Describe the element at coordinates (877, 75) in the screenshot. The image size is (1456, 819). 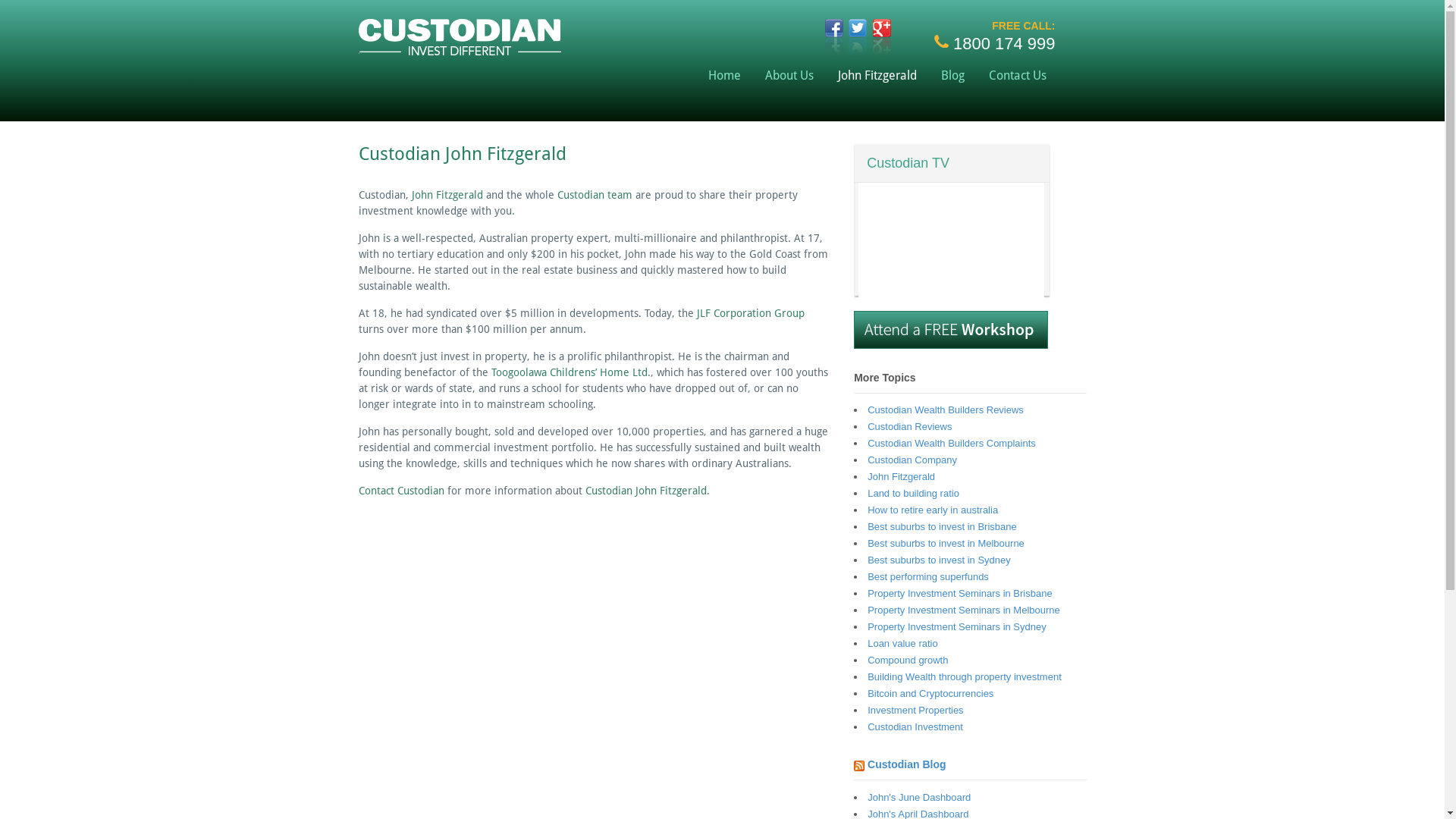
I see `'John Fitzgerald'` at that location.